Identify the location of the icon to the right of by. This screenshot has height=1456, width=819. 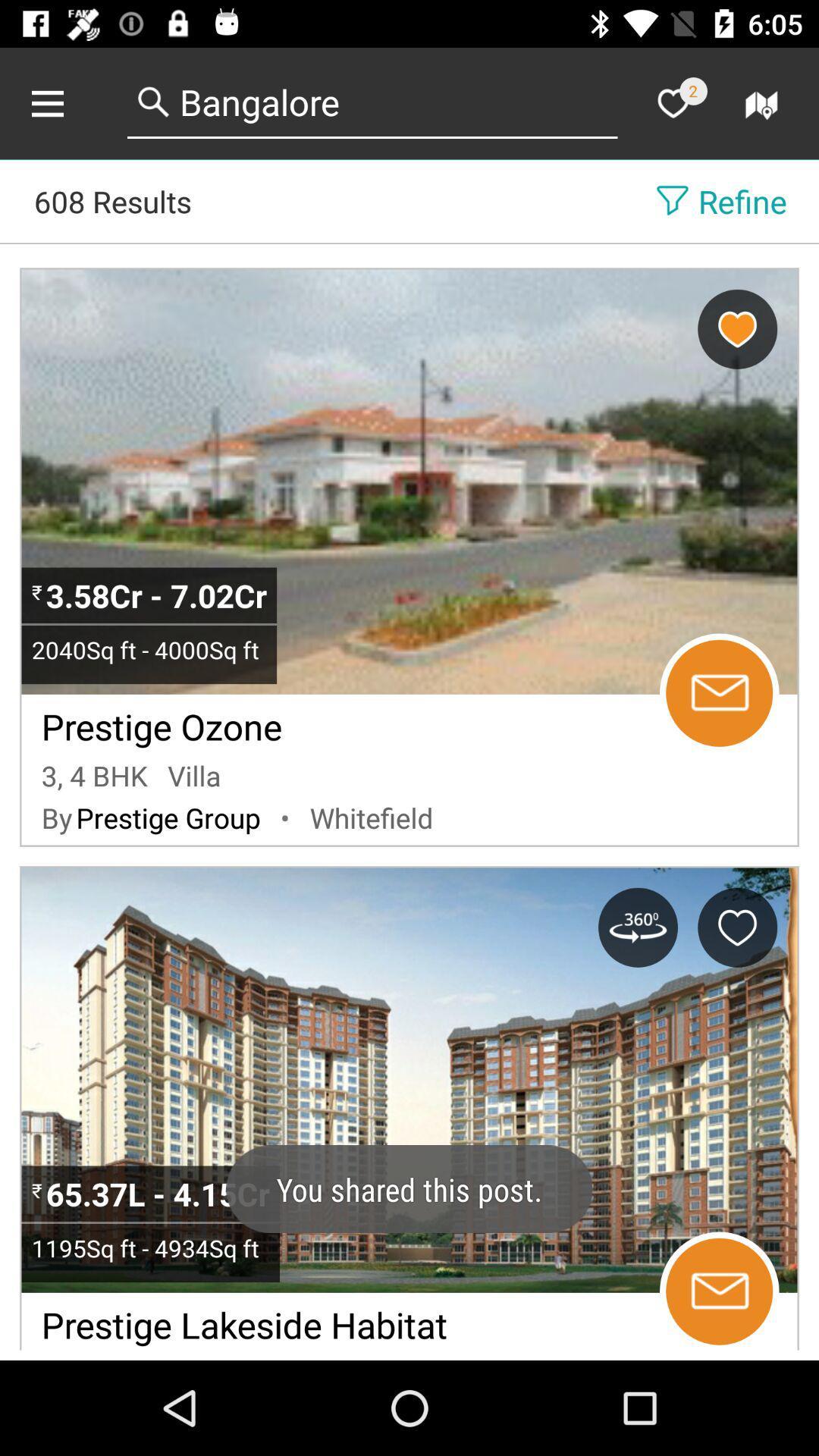
(168, 817).